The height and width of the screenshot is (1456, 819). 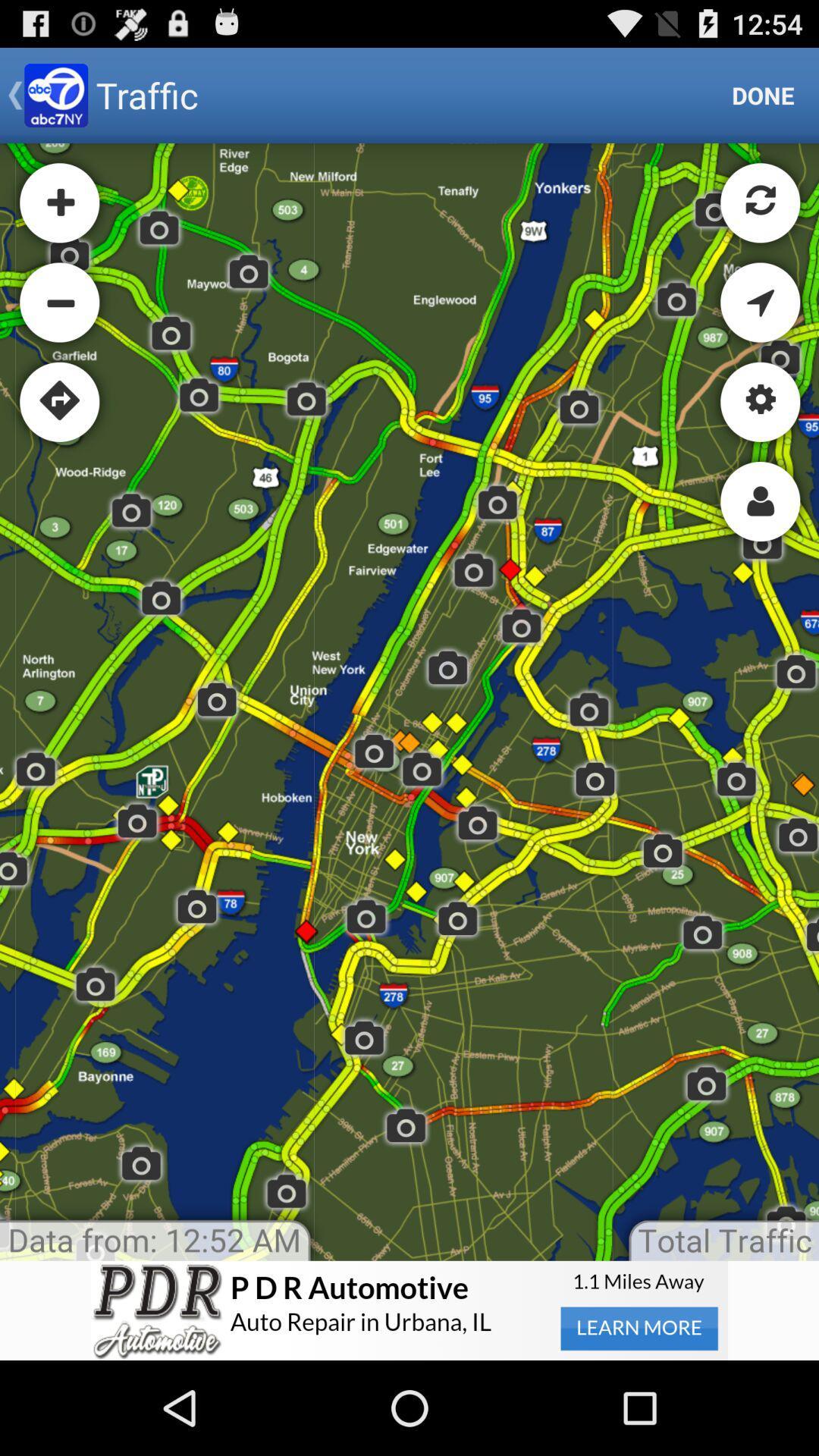 I want to click on location button, so click(x=409, y=1310).